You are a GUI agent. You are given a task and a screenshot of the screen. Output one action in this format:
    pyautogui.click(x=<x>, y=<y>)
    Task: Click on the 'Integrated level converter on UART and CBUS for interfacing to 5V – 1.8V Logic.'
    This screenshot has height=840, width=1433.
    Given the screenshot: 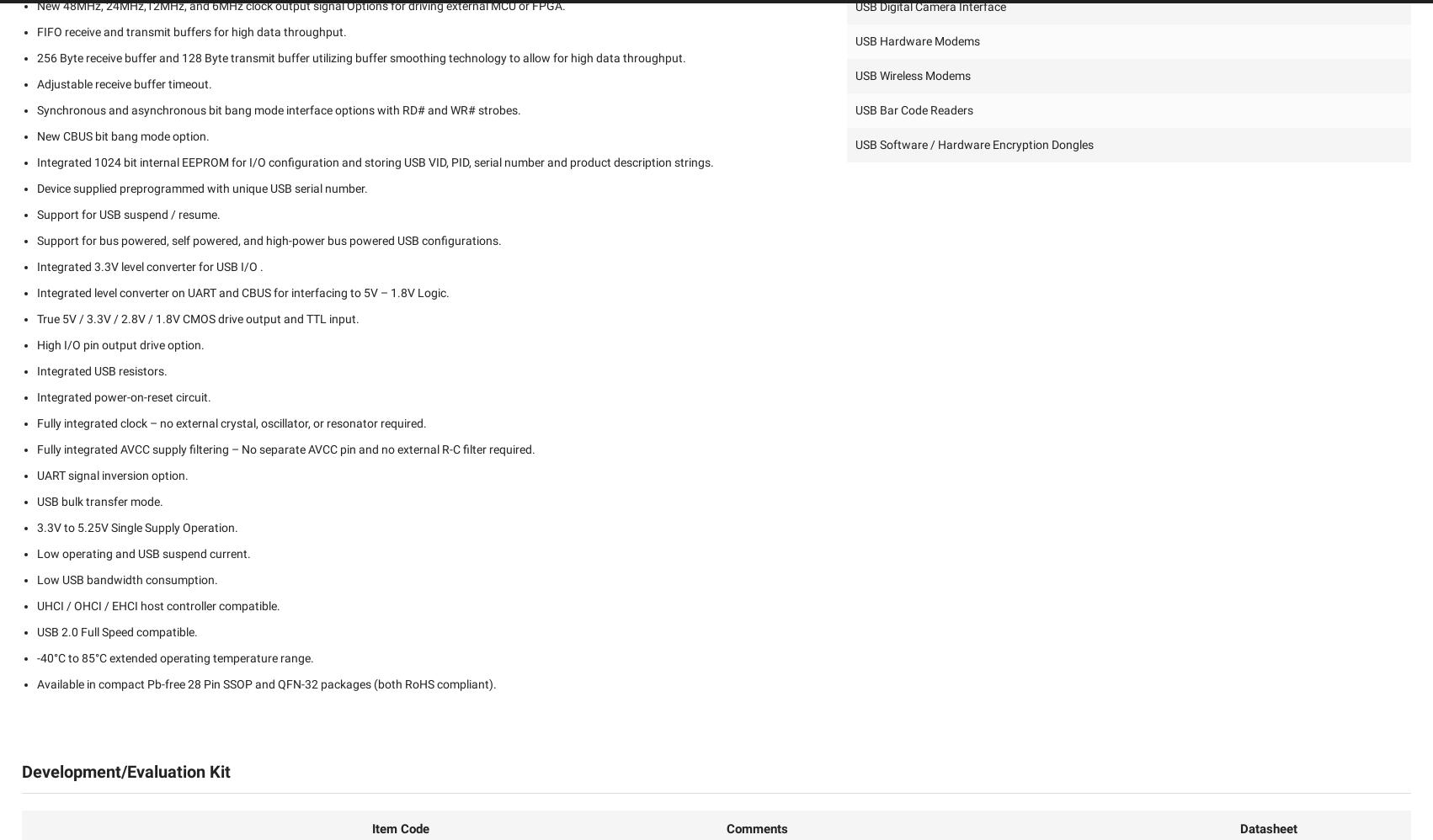 What is the action you would take?
    pyautogui.click(x=242, y=293)
    